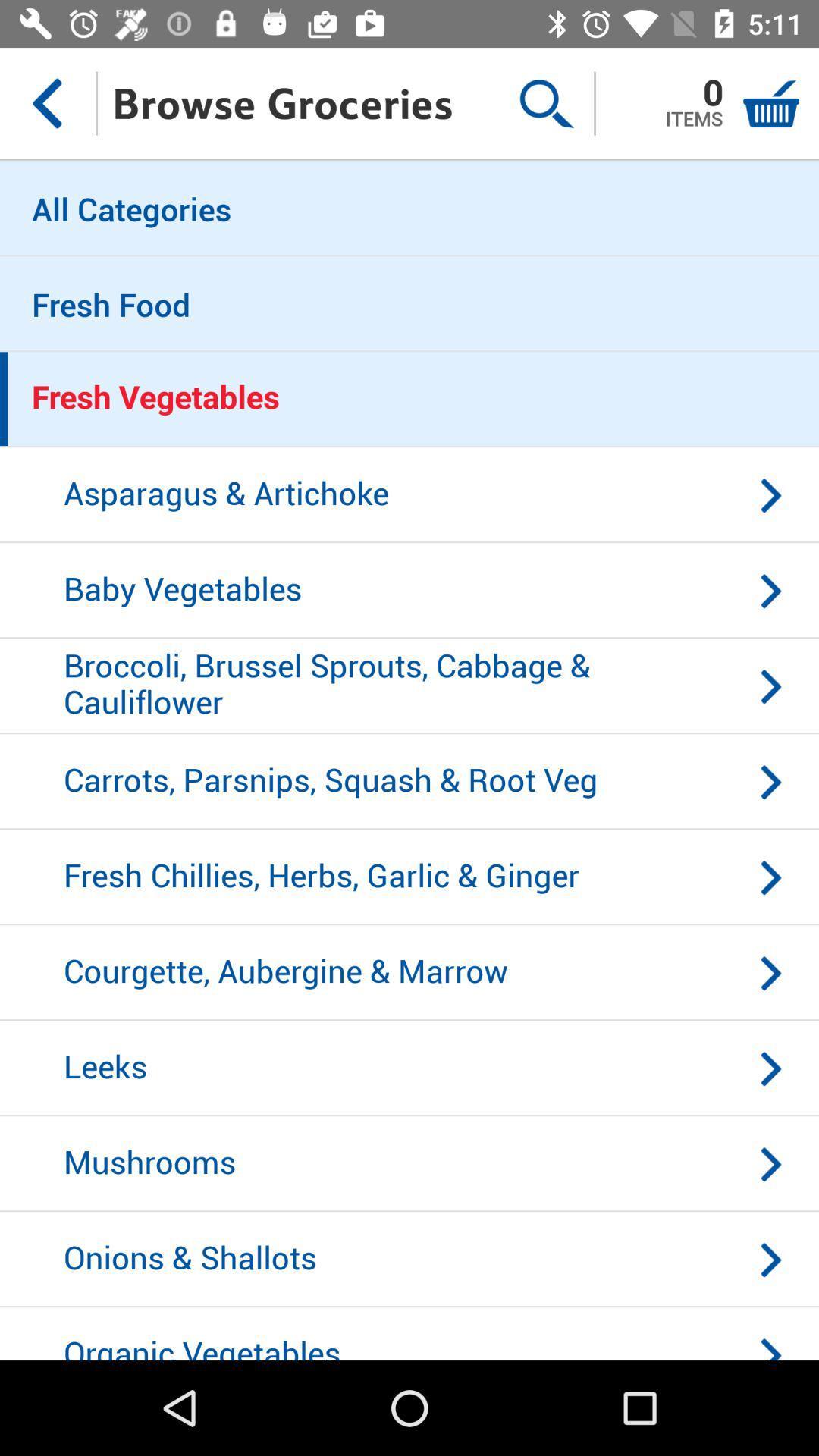  Describe the element at coordinates (409, 877) in the screenshot. I see `icon below carrots parsnips squash` at that location.